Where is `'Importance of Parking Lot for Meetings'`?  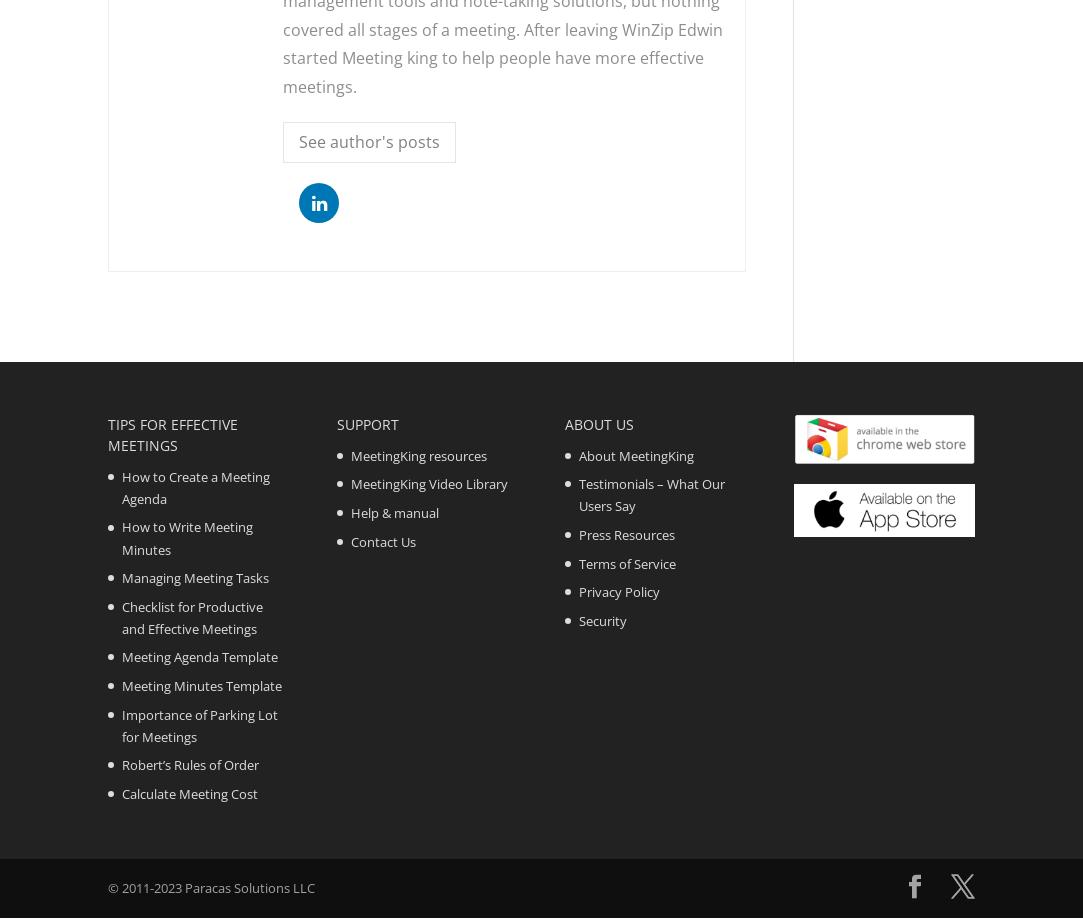
'Importance of Parking Lot for Meetings' is located at coordinates (199, 723).